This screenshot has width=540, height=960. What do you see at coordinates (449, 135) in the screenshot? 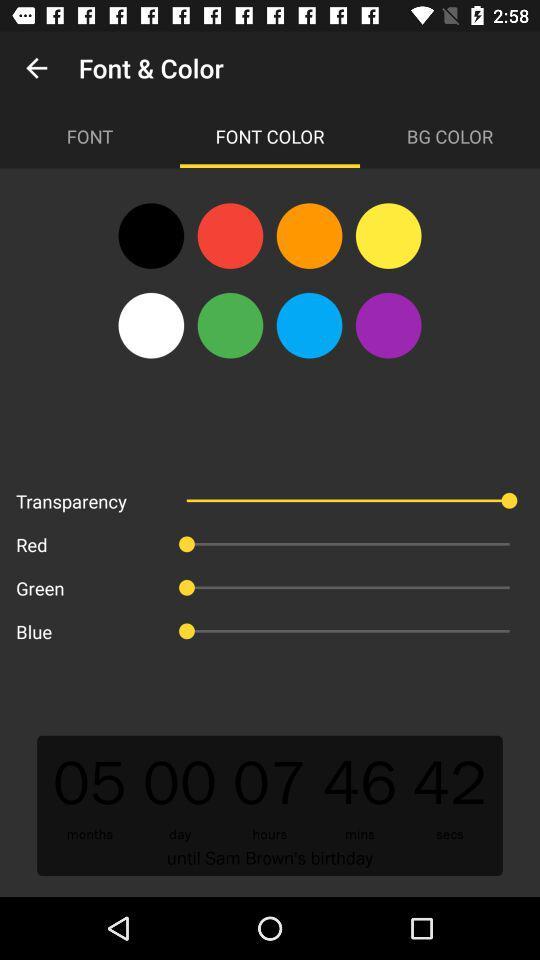
I see `item to the right of font color icon` at bounding box center [449, 135].